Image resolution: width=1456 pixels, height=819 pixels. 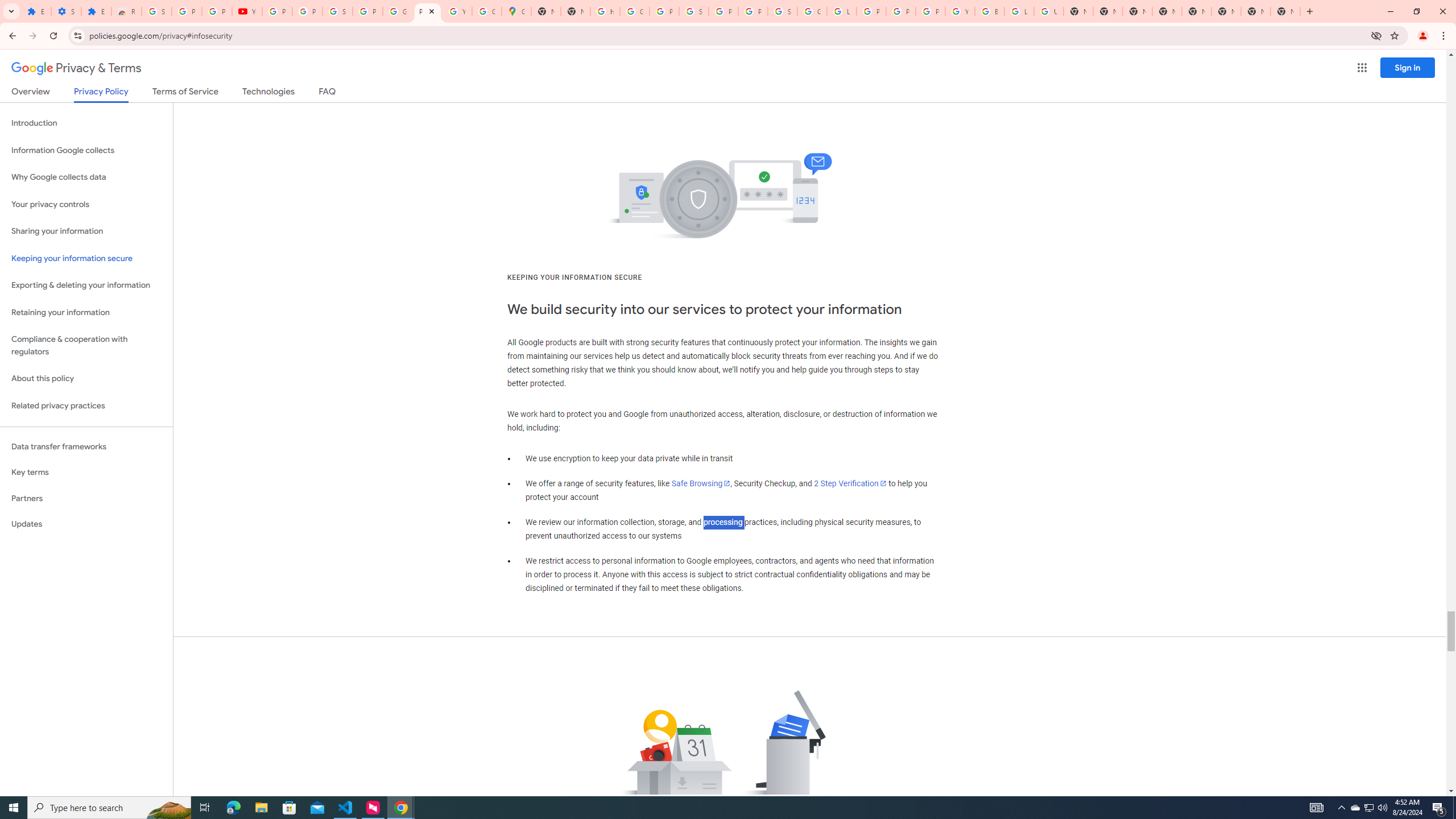 I want to click on 'Safe Browsing', so click(x=700, y=483).